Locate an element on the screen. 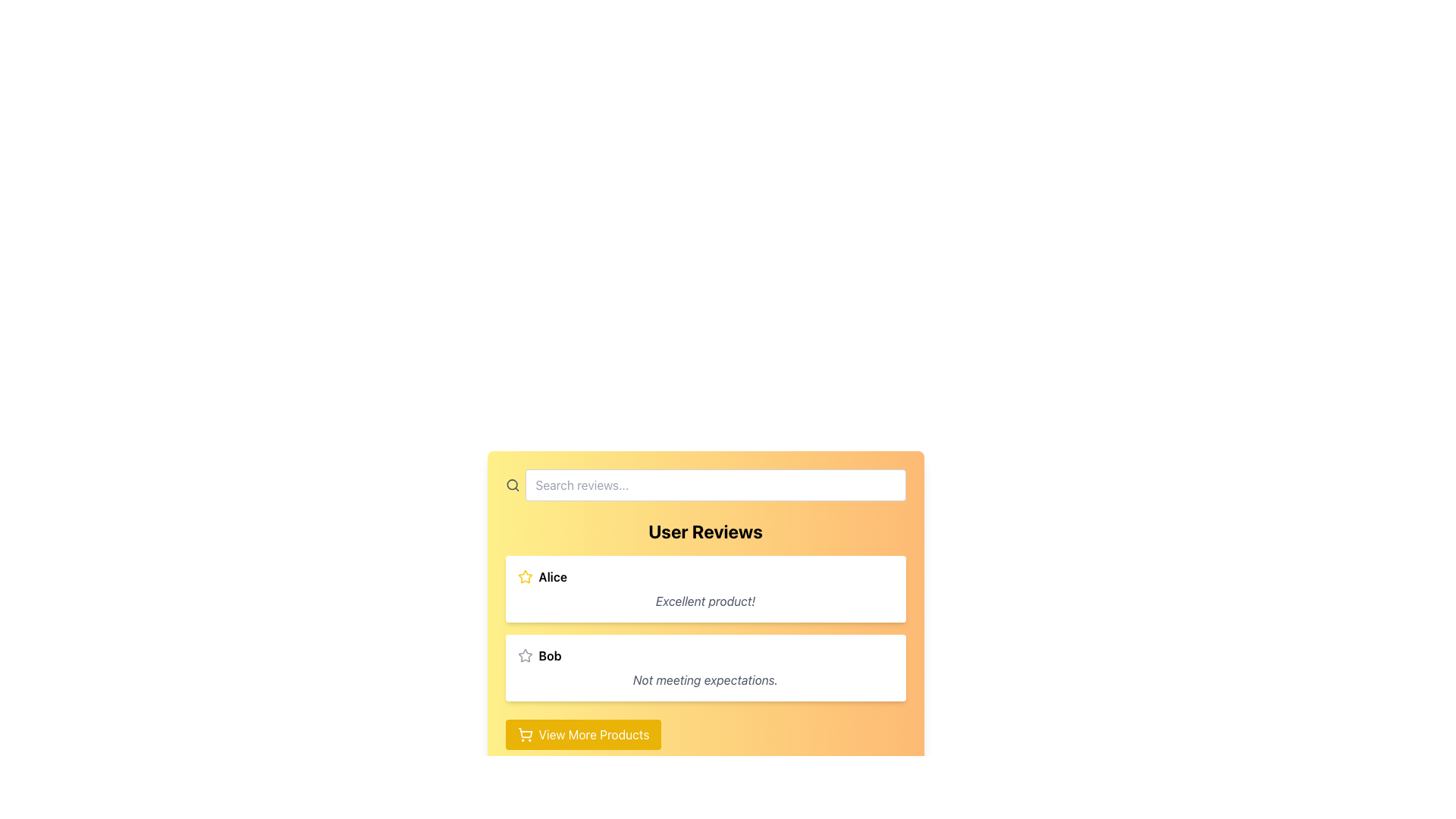 This screenshot has height=819, width=1456. the text label 'Bob', which is the second user name in the 'User Reviews' section, positioned next to a star icon is located at coordinates (549, 654).